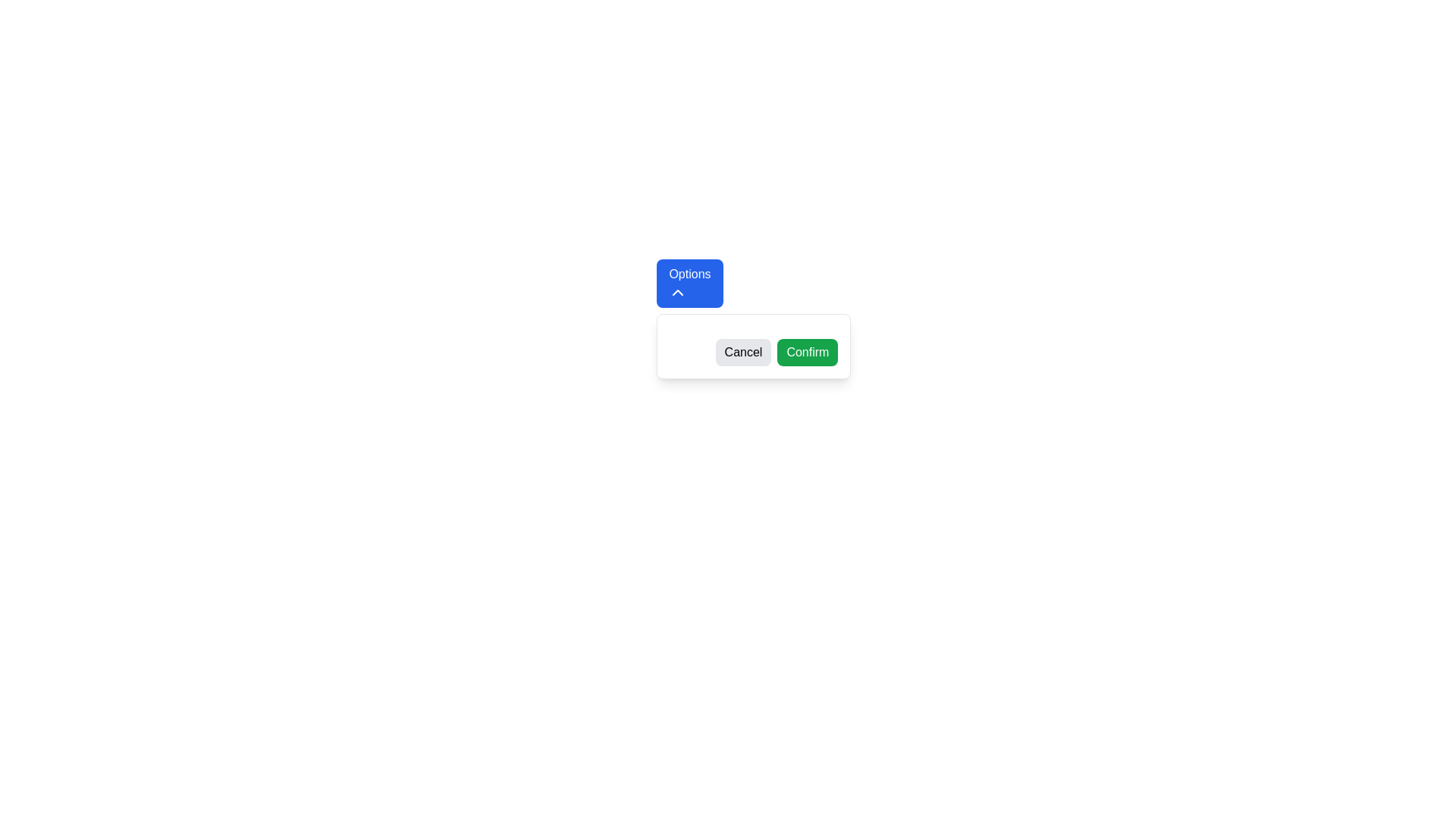  Describe the element at coordinates (754, 346) in the screenshot. I see `the Interactive button group containing the 'Cancel' and 'Confirm' buttons` at that location.